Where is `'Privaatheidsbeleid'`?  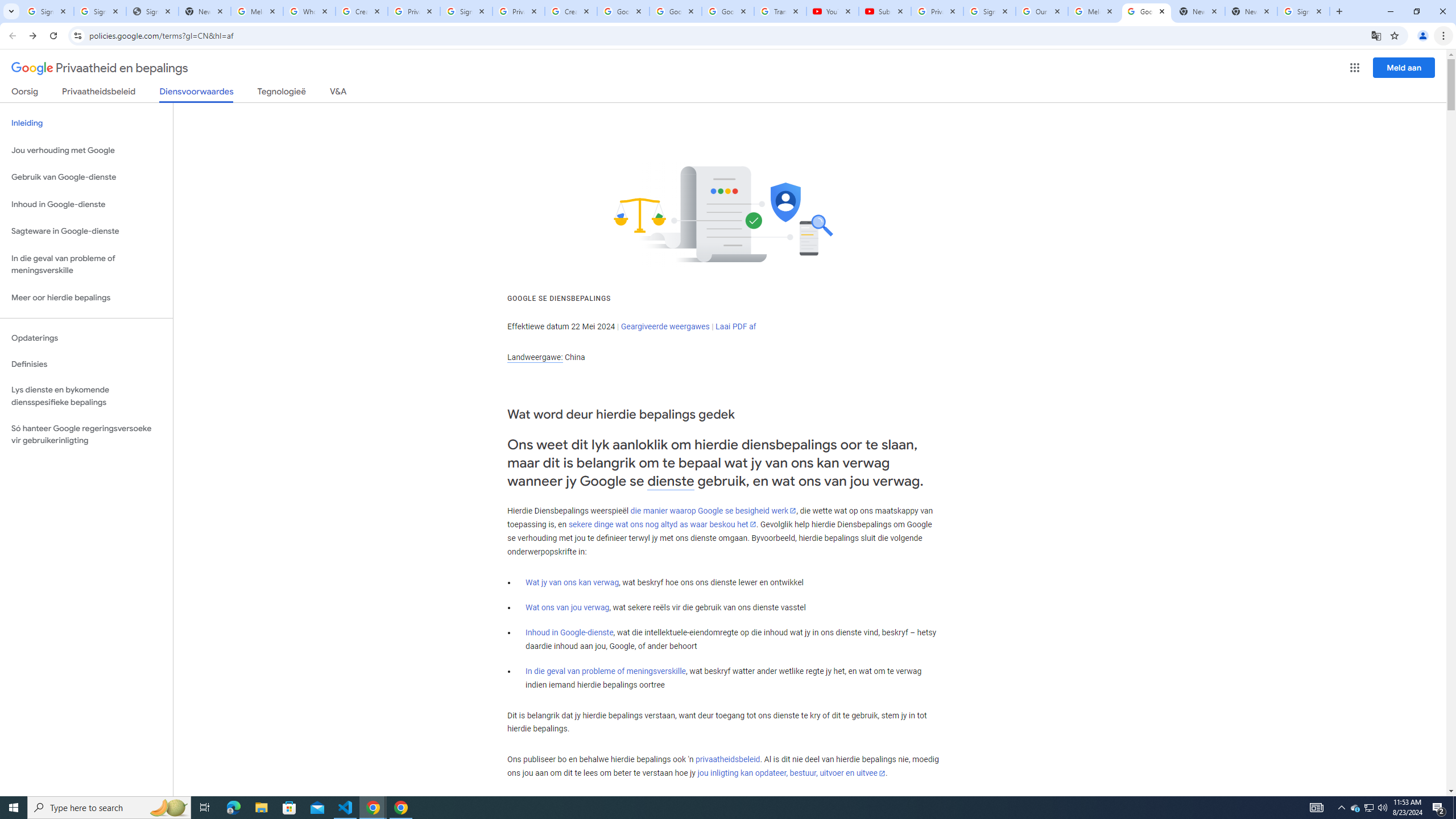 'Privaatheidsbeleid' is located at coordinates (99, 93).